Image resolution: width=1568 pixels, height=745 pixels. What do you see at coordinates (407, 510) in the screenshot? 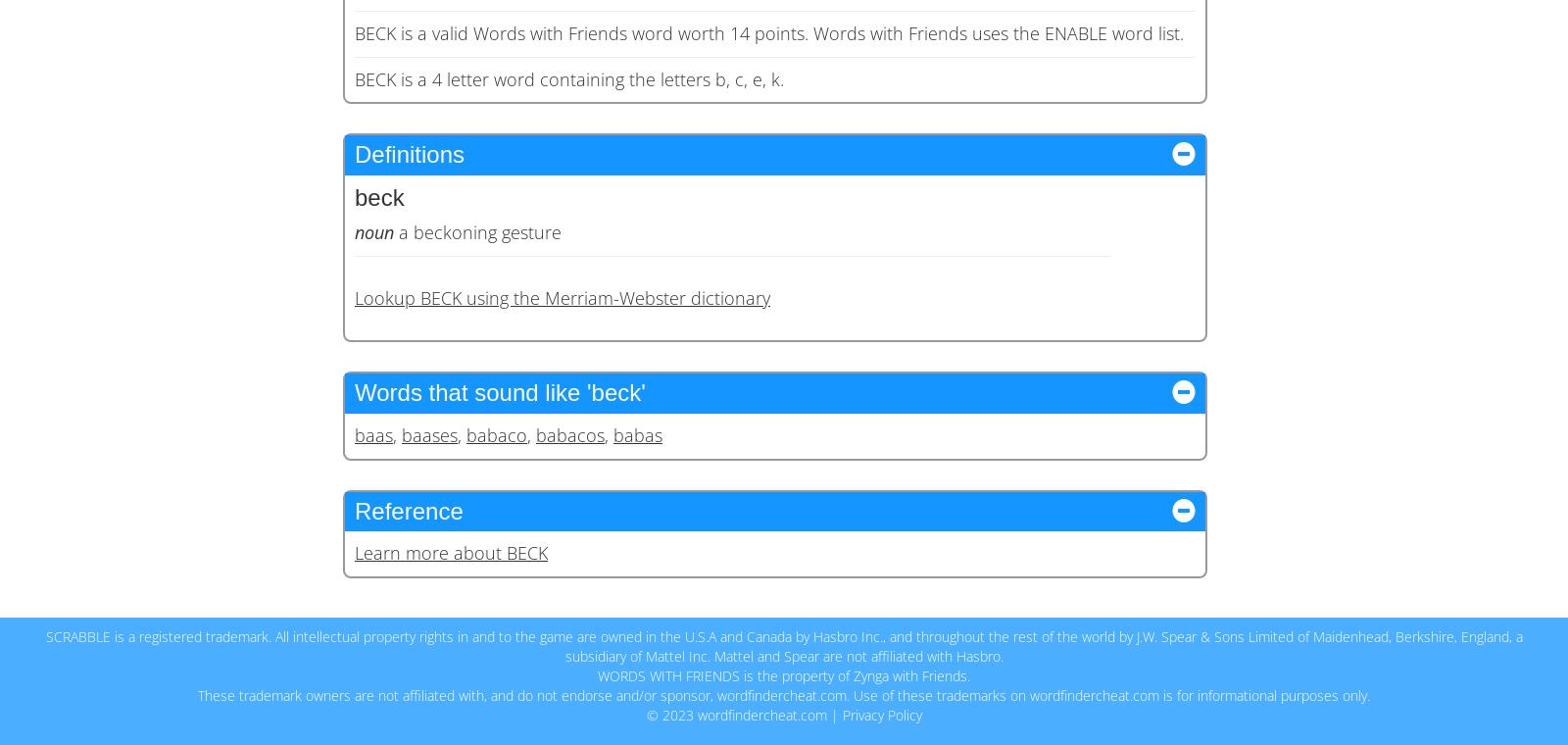
I see `'Reference'` at bounding box center [407, 510].